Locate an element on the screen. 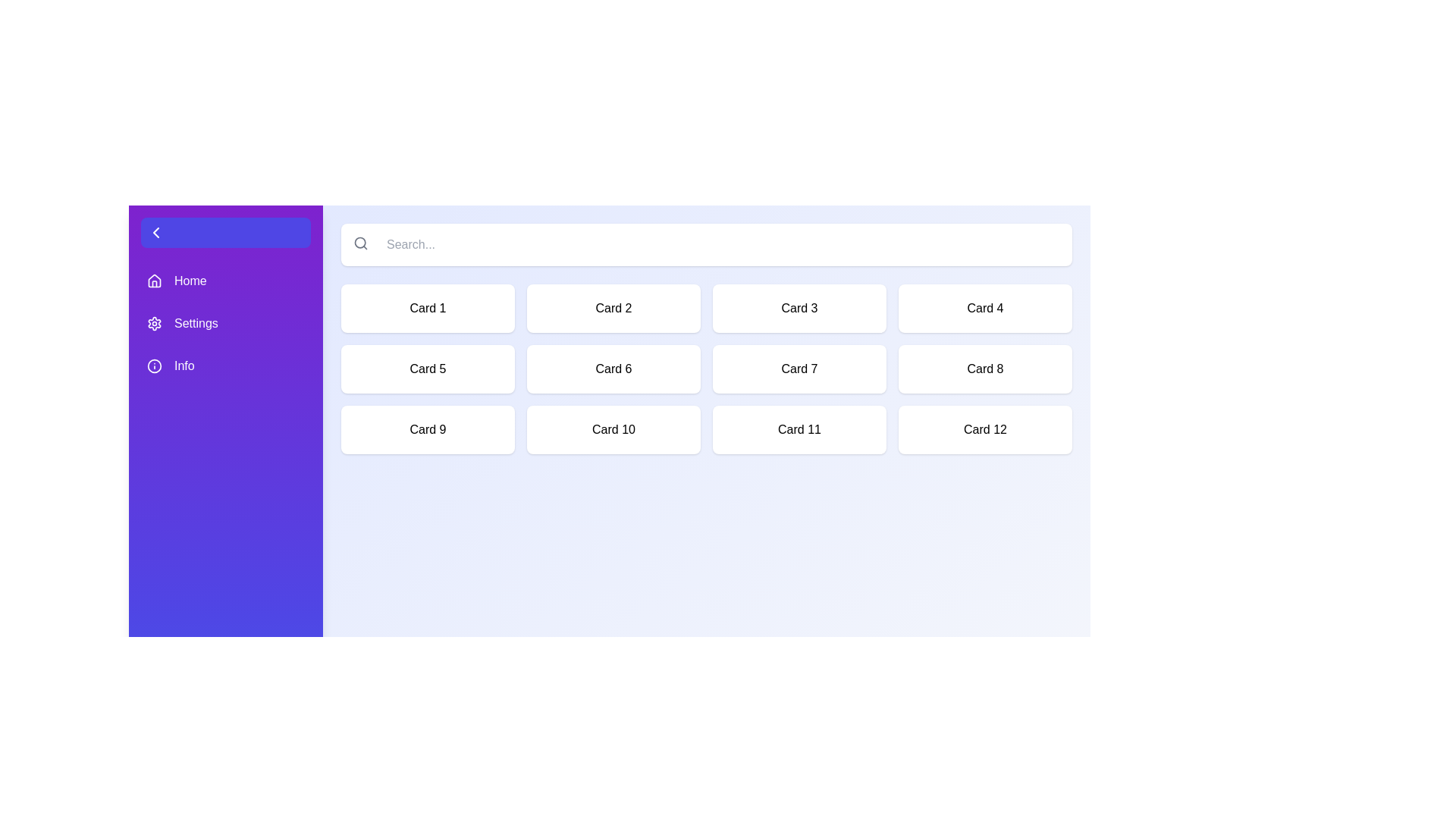 Image resolution: width=1456 pixels, height=819 pixels. the navigation item Home is located at coordinates (224, 281).